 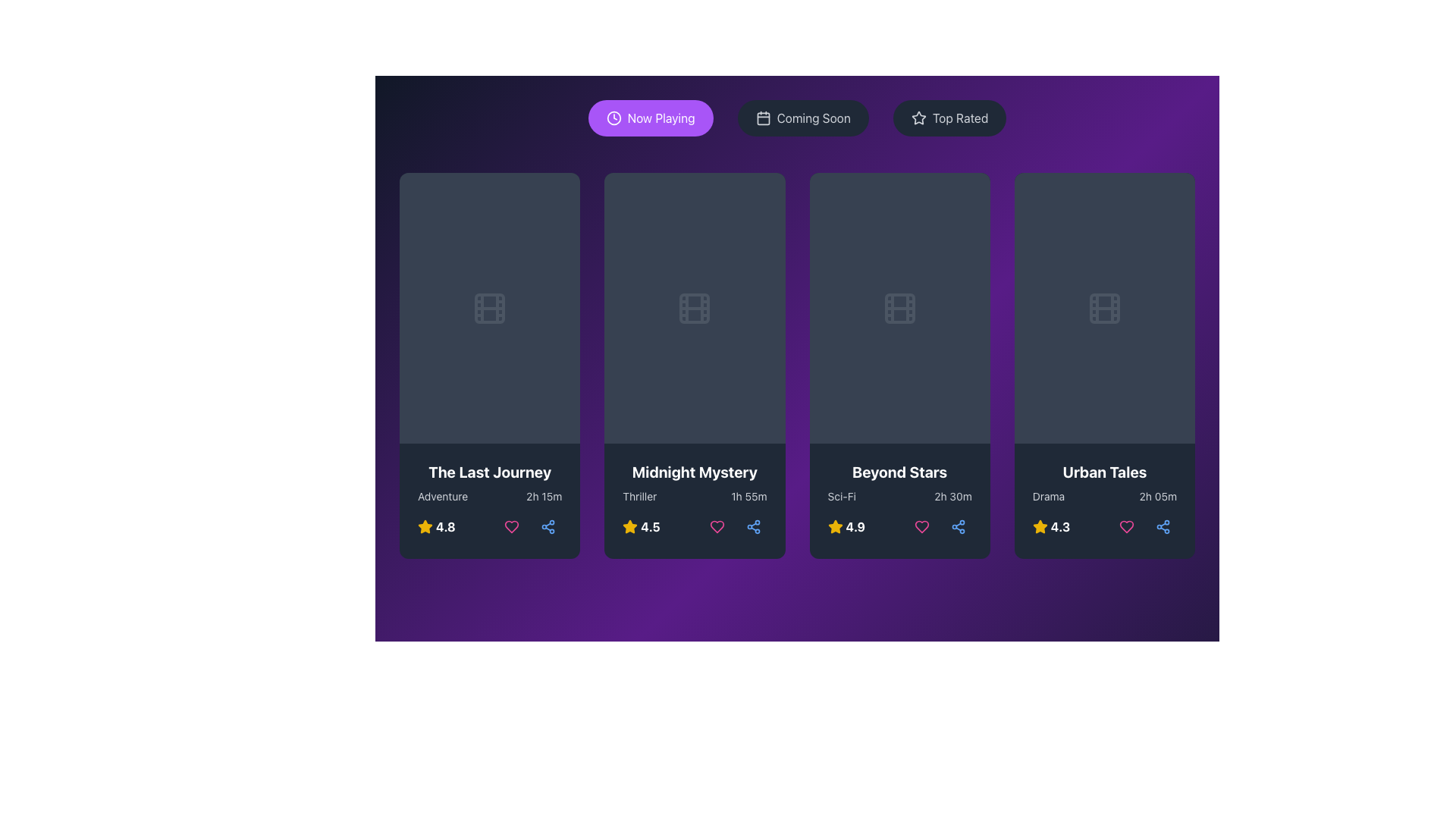 What do you see at coordinates (1047, 497) in the screenshot?
I see `the text label displaying 'Drama' located just below the title 'Urban Tales' in the movie card` at bounding box center [1047, 497].